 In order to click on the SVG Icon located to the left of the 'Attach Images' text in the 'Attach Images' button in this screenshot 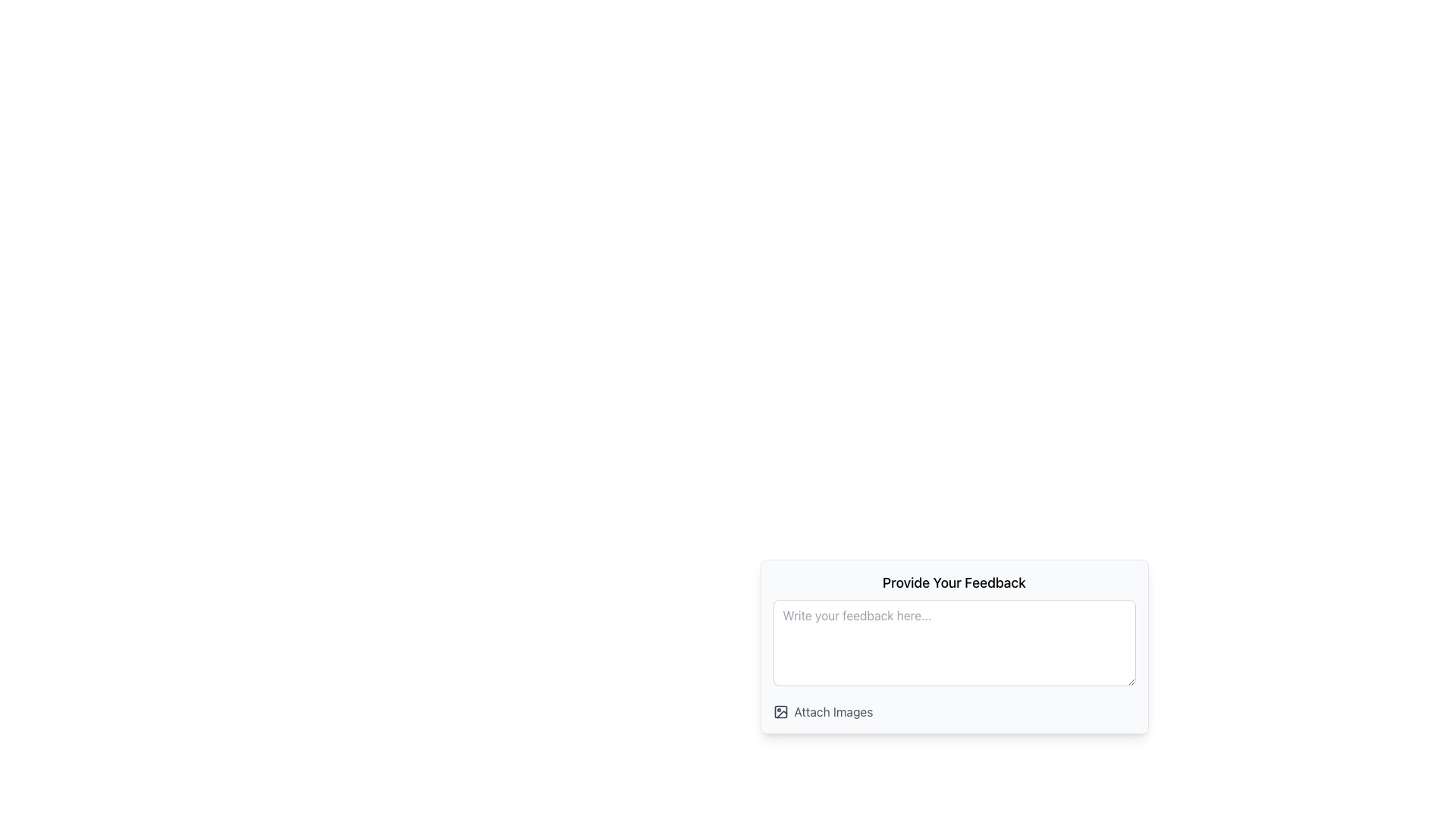, I will do `click(780, 711)`.